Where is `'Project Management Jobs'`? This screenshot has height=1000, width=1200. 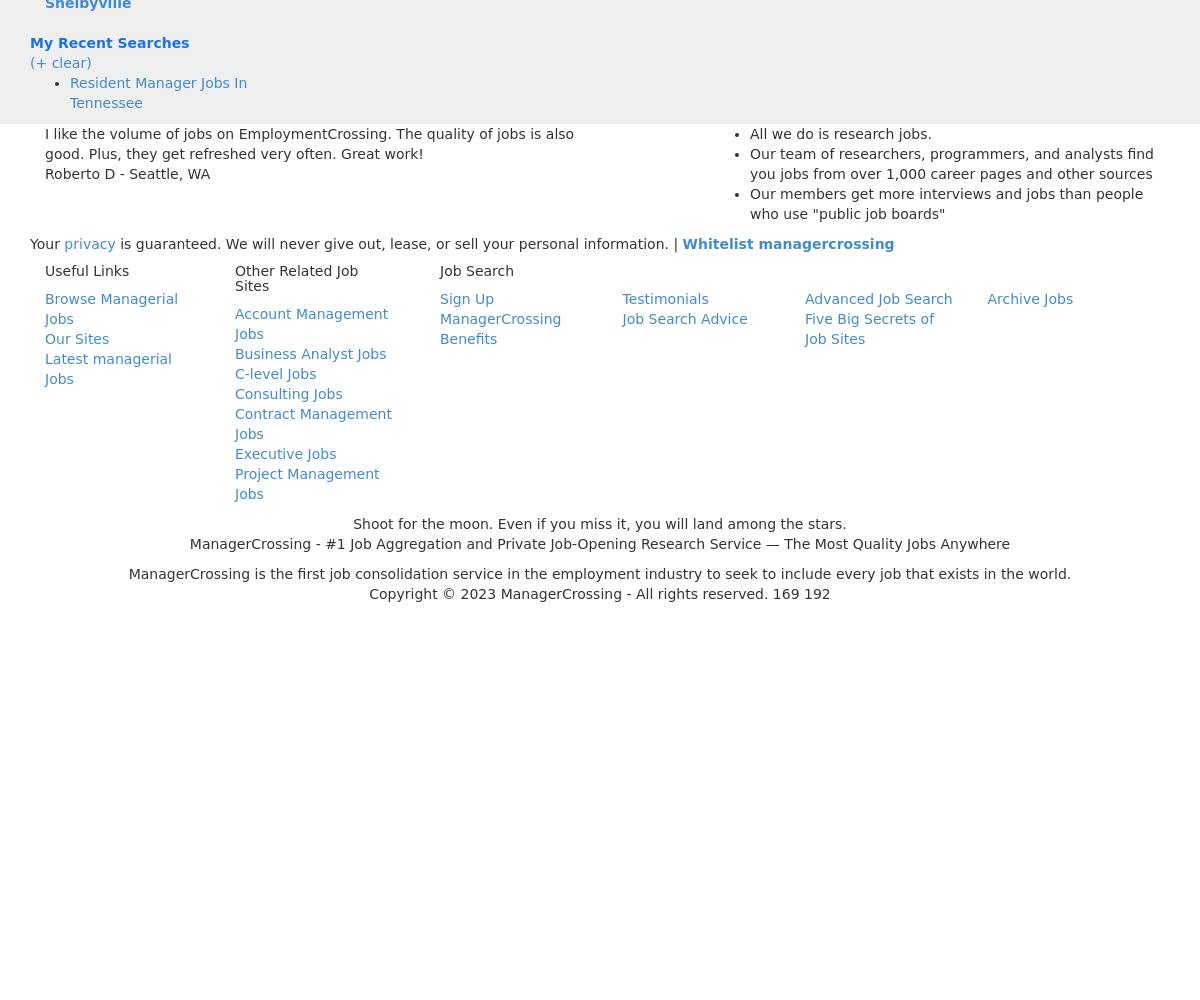
'Project Management Jobs' is located at coordinates (306, 483).